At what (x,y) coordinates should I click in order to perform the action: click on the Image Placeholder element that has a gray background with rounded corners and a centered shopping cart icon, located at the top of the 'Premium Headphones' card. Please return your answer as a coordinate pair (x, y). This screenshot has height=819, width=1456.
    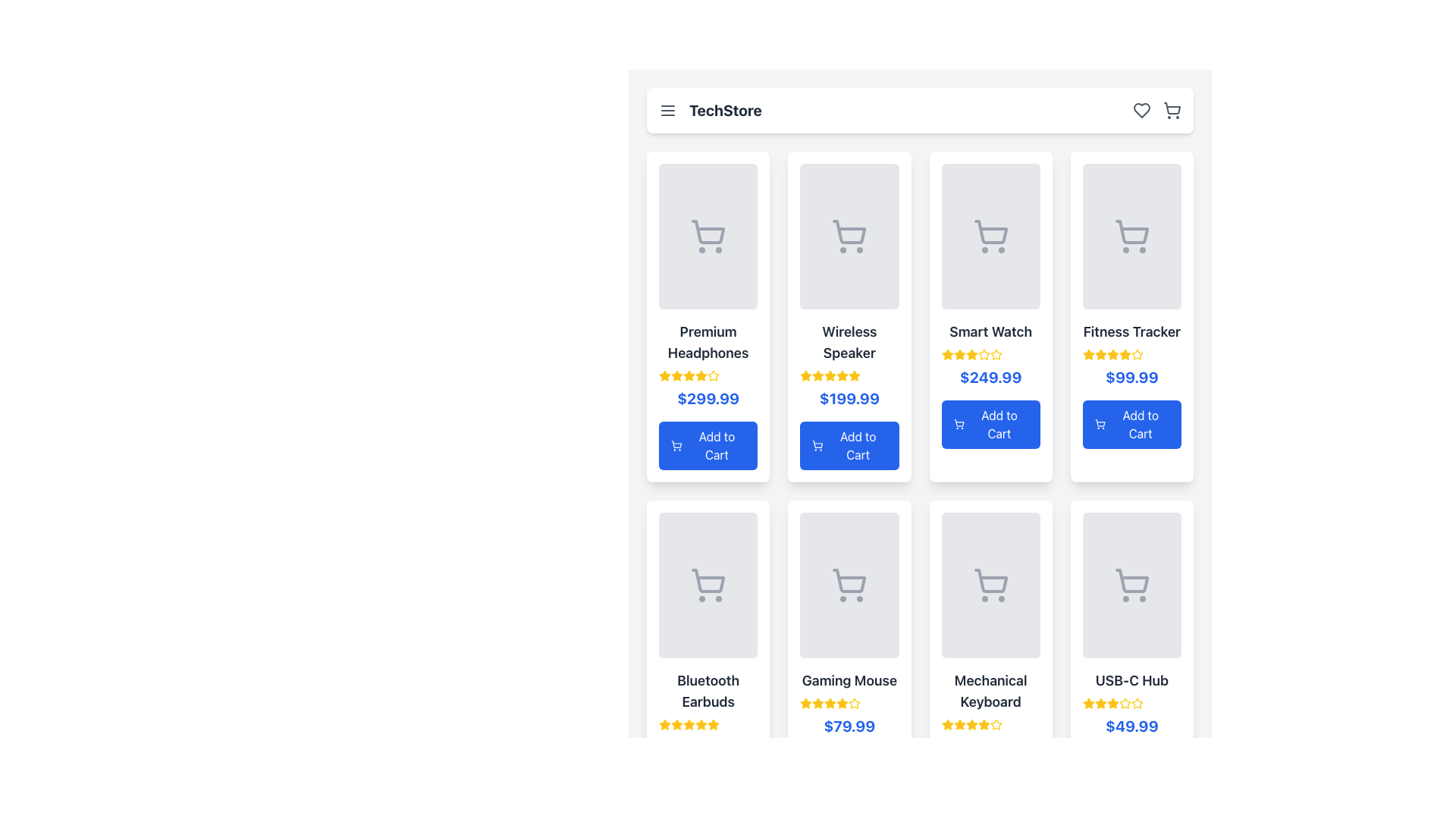
    Looking at the image, I should click on (708, 237).